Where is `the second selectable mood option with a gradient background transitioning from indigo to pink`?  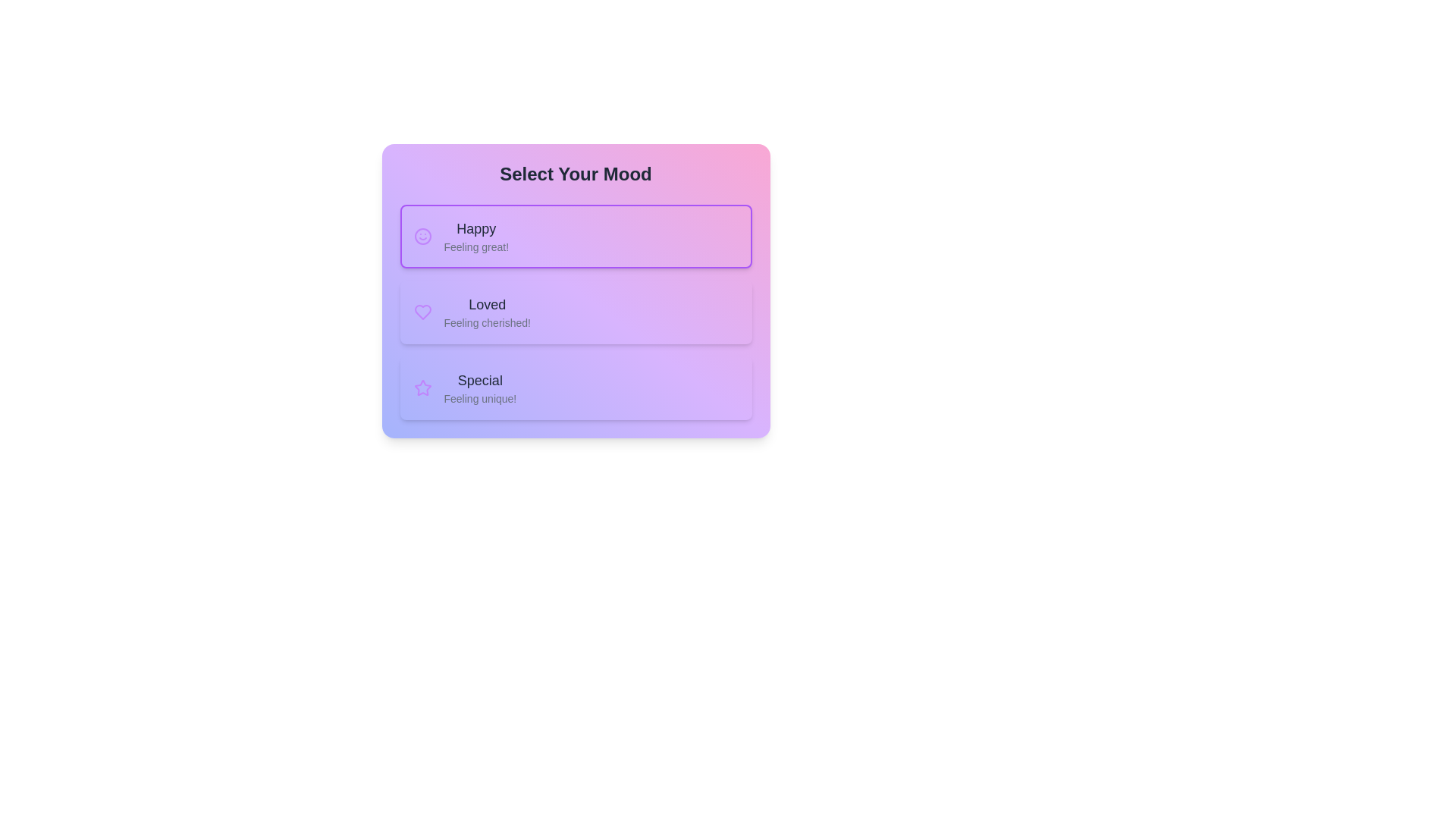 the second selectable mood option with a gradient background transitioning from indigo to pink is located at coordinates (575, 291).